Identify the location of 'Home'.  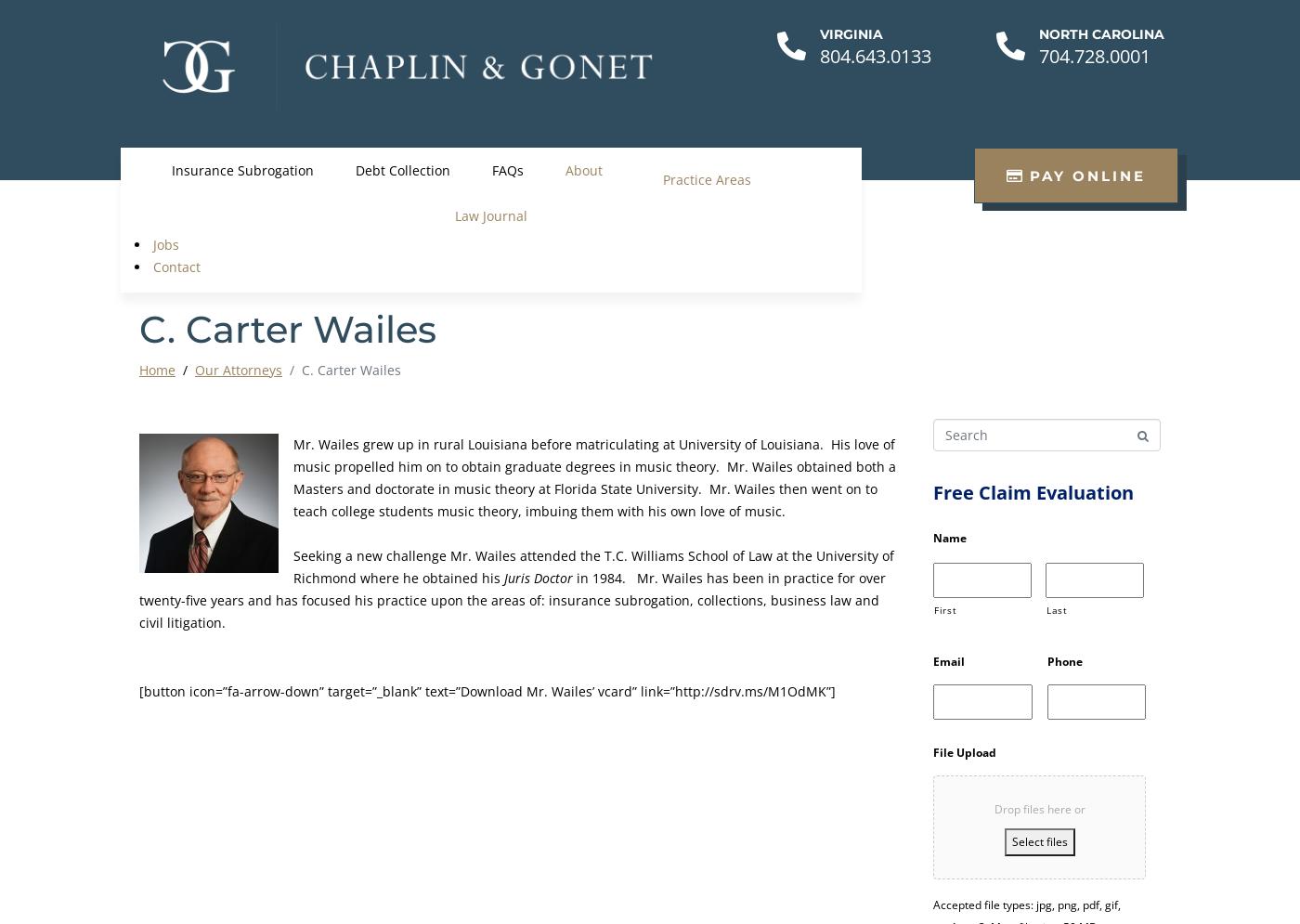
(157, 370).